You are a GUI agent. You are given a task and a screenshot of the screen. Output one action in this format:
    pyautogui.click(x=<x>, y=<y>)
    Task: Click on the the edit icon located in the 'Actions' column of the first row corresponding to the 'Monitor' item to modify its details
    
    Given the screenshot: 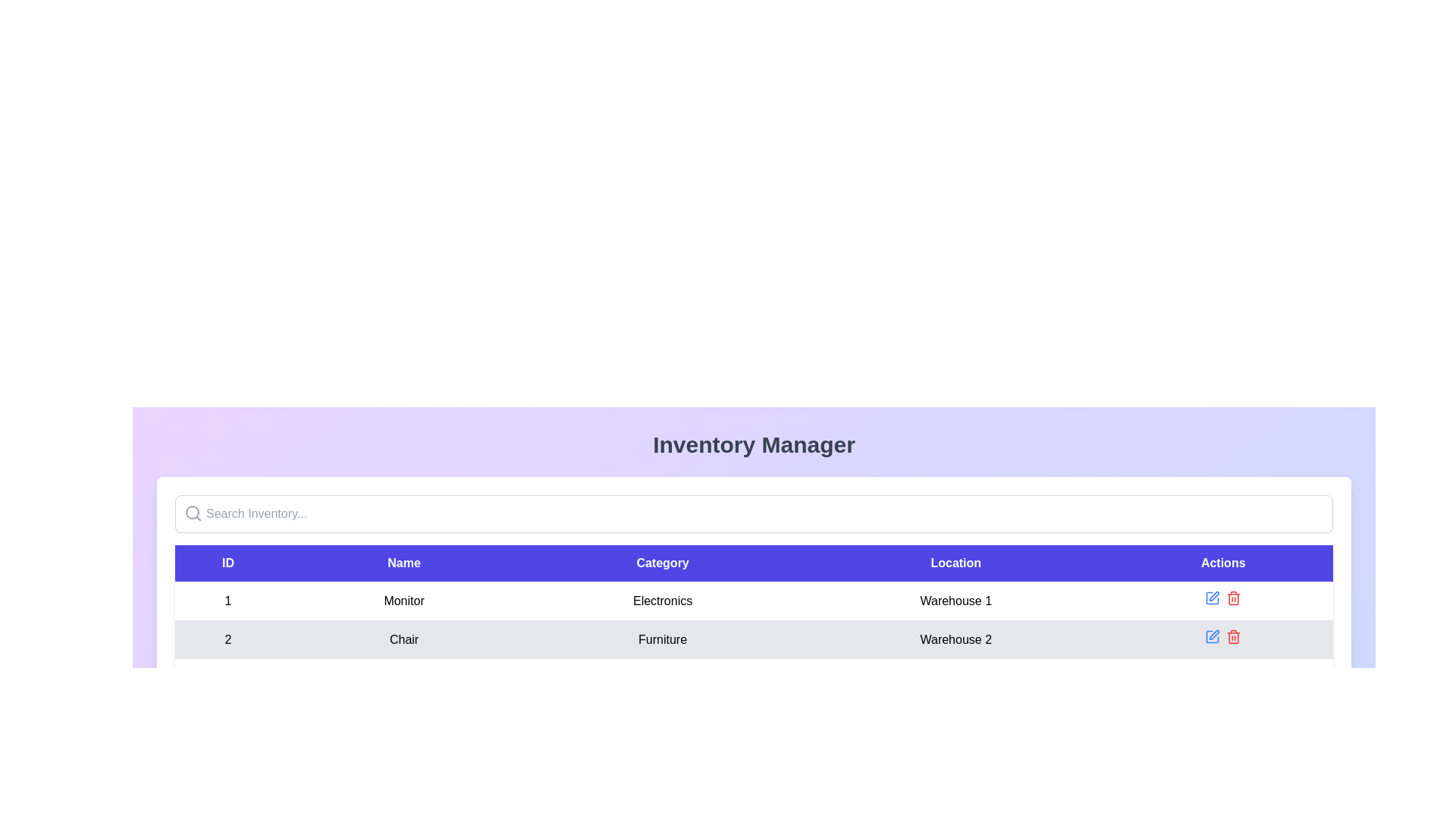 What is the action you would take?
    pyautogui.click(x=1214, y=595)
    